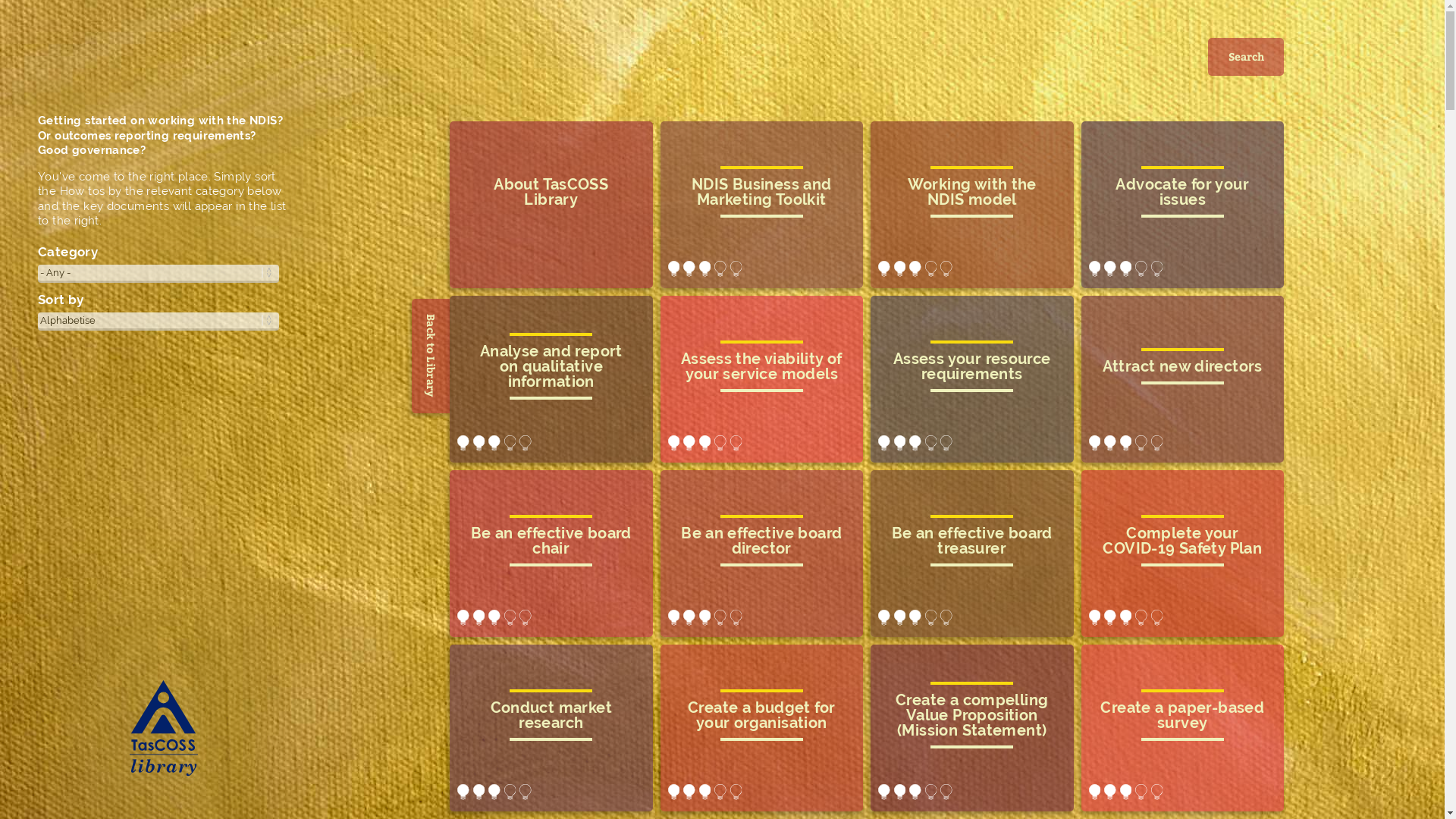  I want to click on 'advocate for your issues', so click(1182, 205).